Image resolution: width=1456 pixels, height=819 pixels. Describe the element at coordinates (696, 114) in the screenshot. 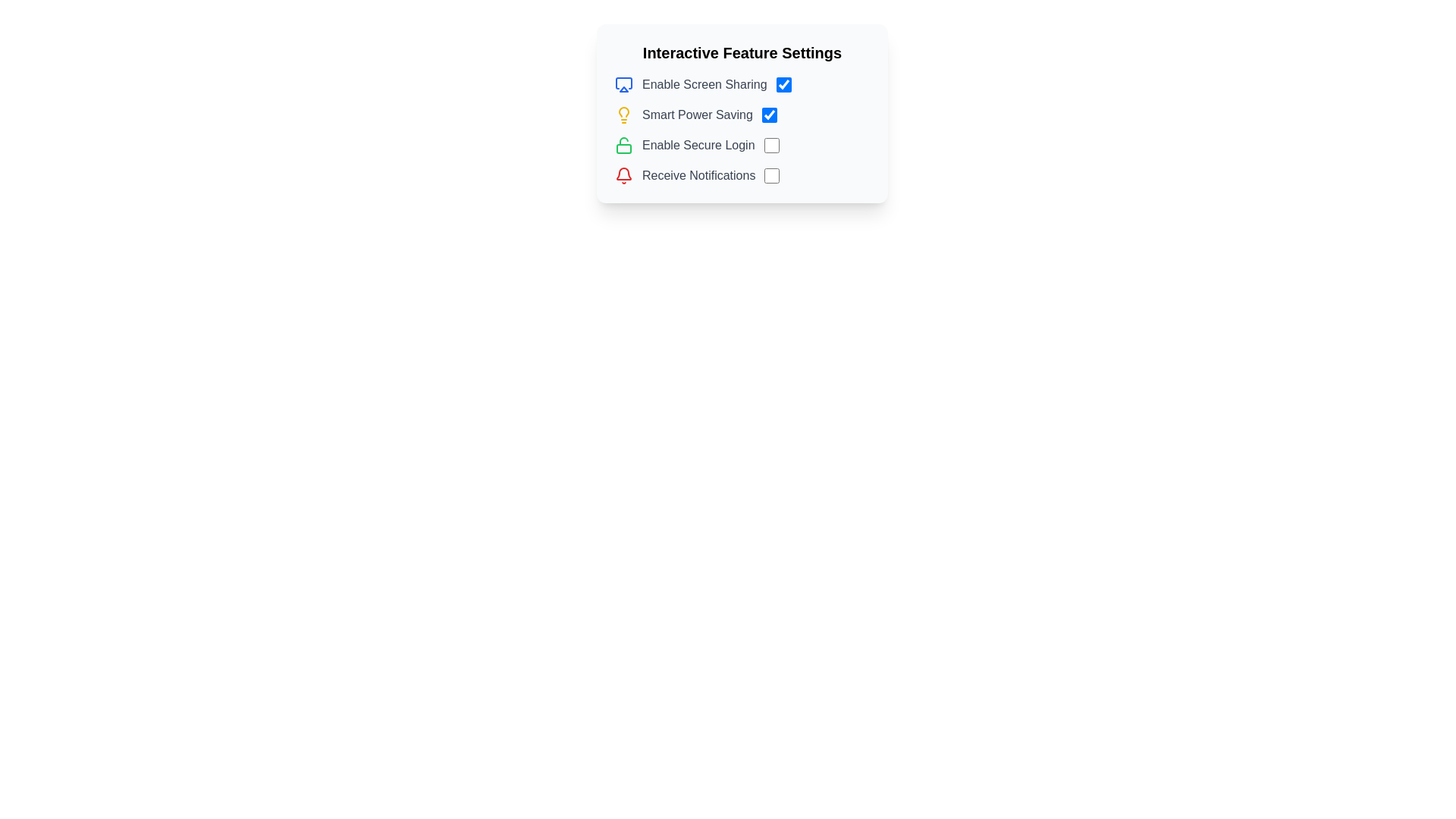

I see `Text label that describes the Smart Power Saving feature, which is positioned after a yellow lightbulb icon and before a checkbox in the settings group` at that location.